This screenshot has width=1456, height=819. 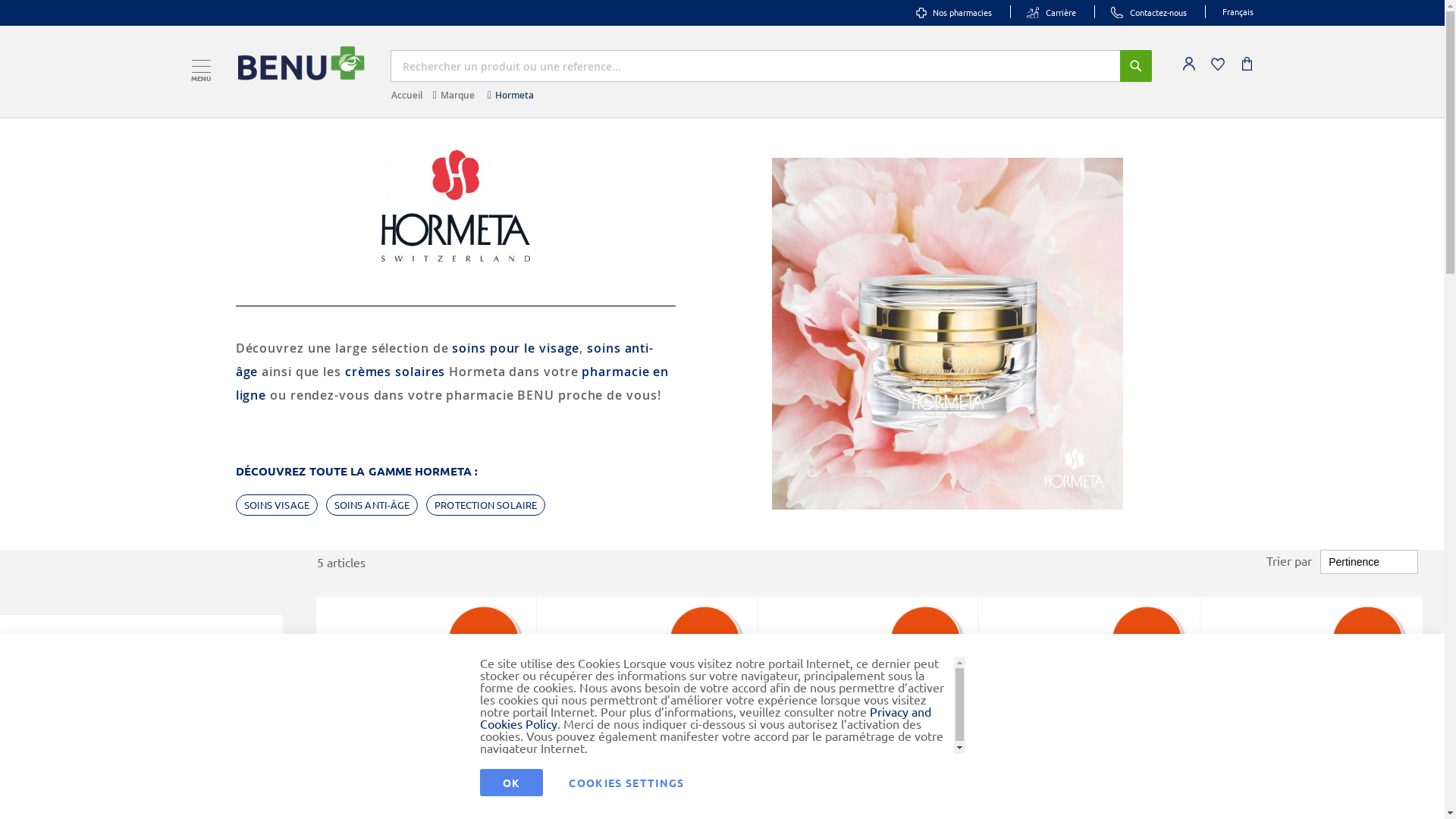 I want to click on 'pharmacie en ligne', so click(x=451, y=382).